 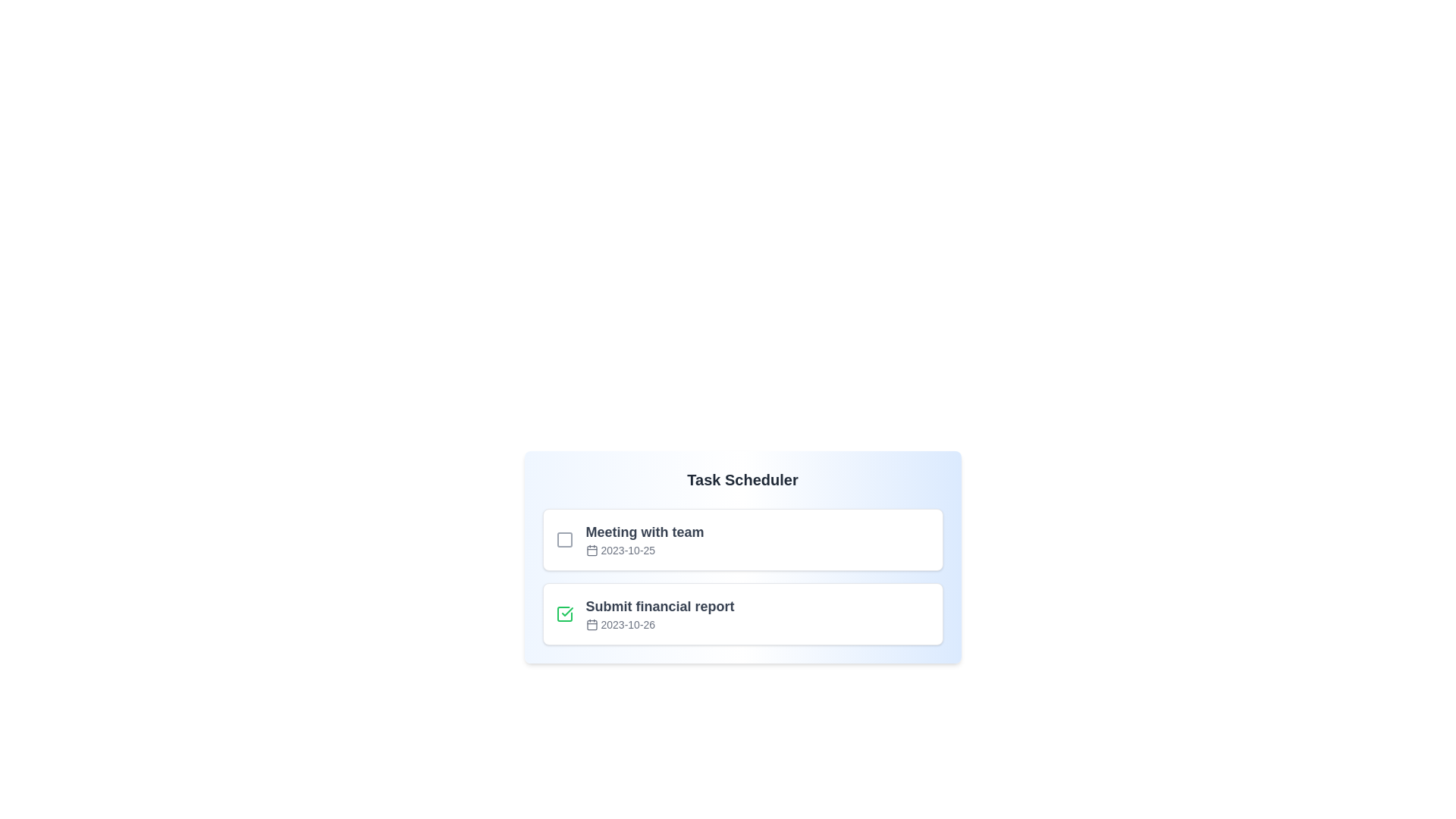 What do you see at coordinates (566, 610) in the screenshot?
I see `the green checkmark icon indicating task completion for 'Submit financial report' under 'Task Scheduler'` at bounding box center [566, 610].